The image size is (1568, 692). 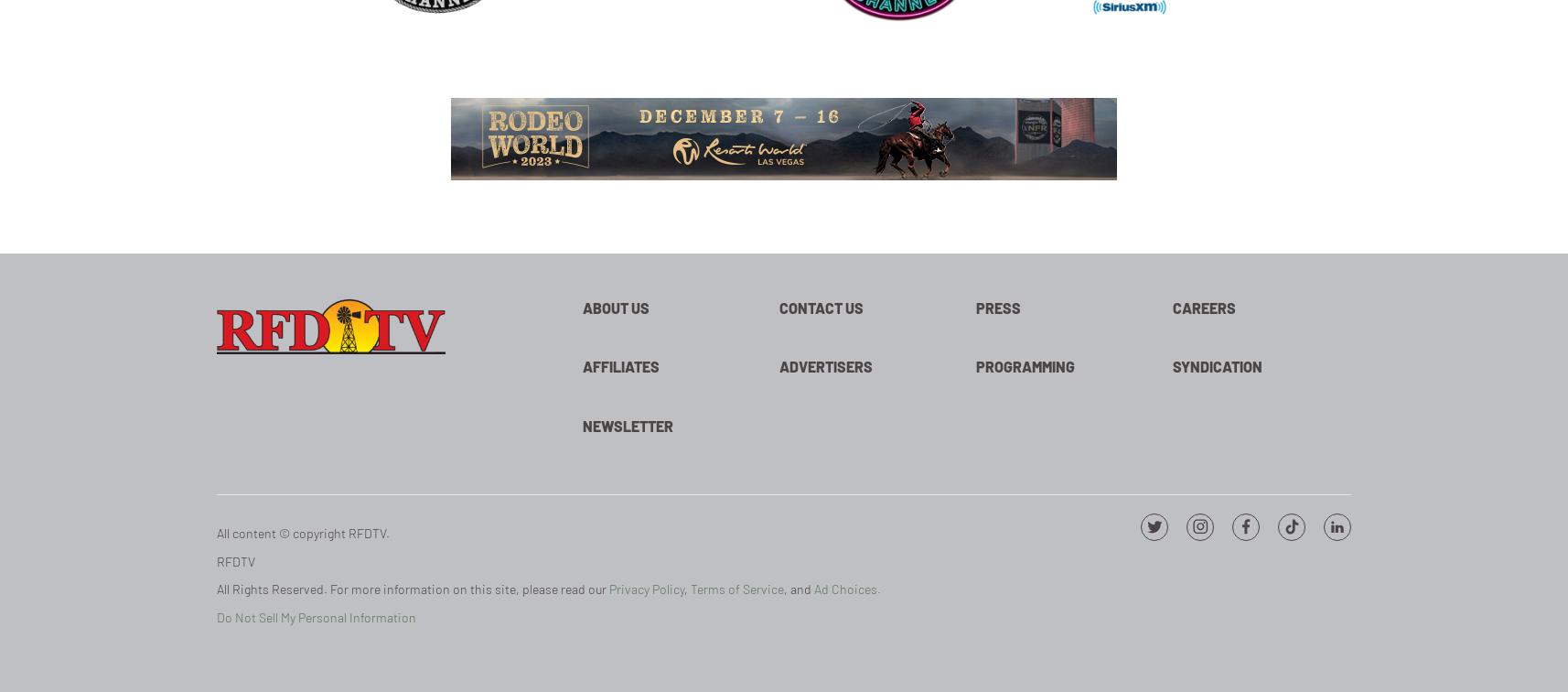 What do you see at coordinates (779, 366) in the screenshot?
I see `'Advertisers'` at bounding box center [779, 366].